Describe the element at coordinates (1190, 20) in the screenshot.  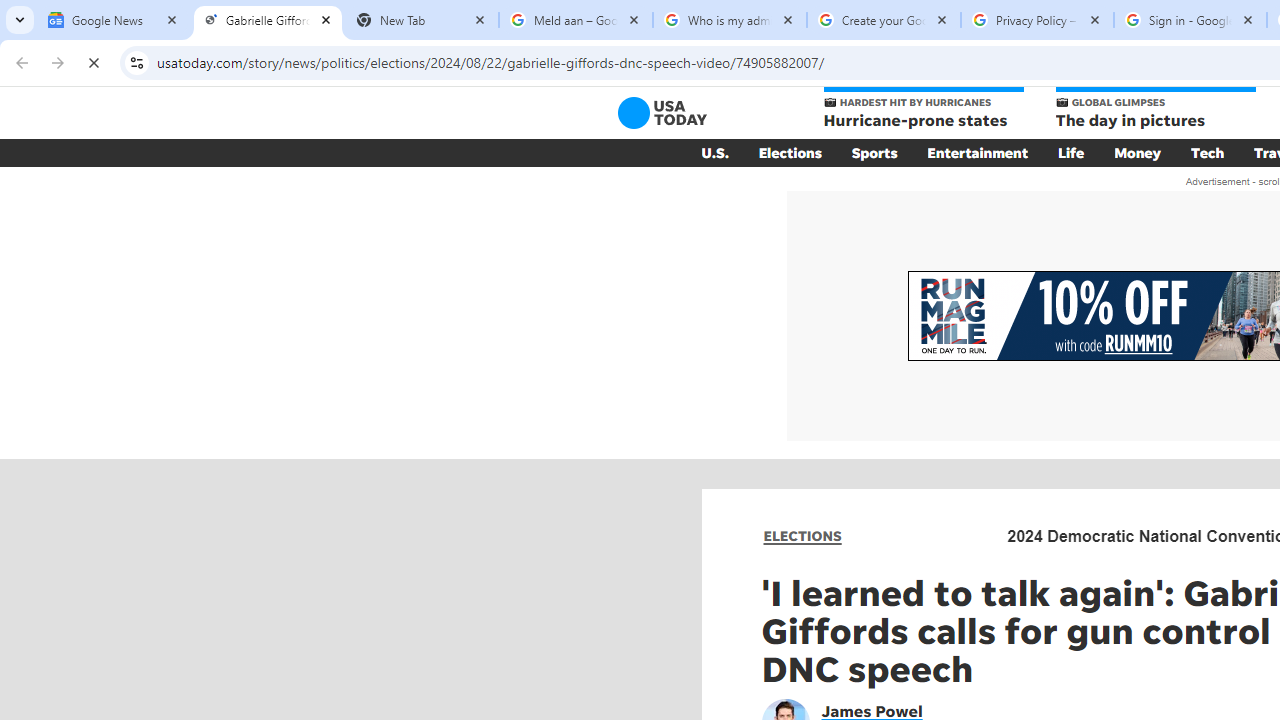
I see `'Sign in - Google Accounts'` at that location.